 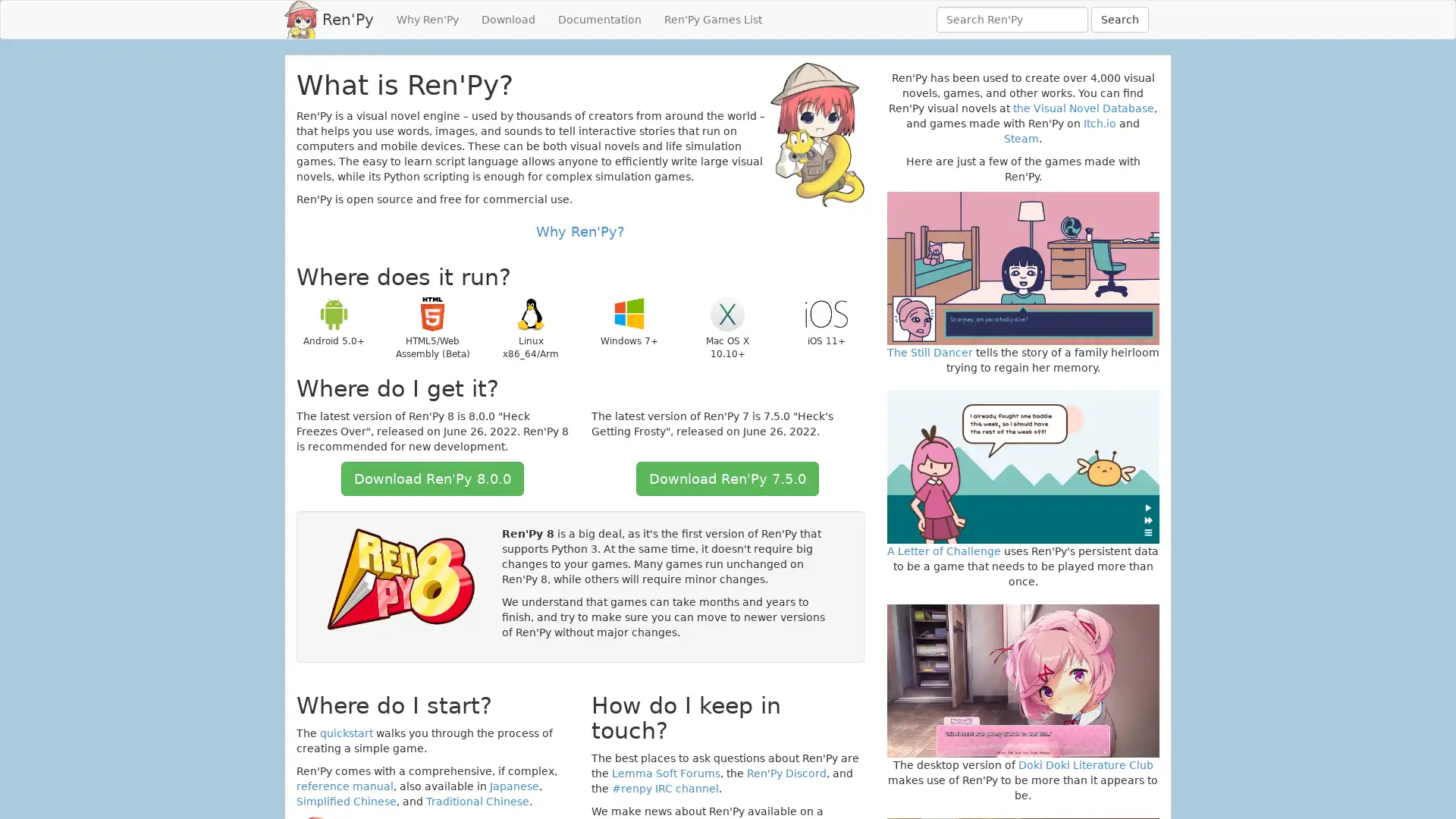 What do you see at coordinates (726, 479) in the screenshot?
I see `Download Ren'Py 7.5.0` at bounding box center [726, 479].